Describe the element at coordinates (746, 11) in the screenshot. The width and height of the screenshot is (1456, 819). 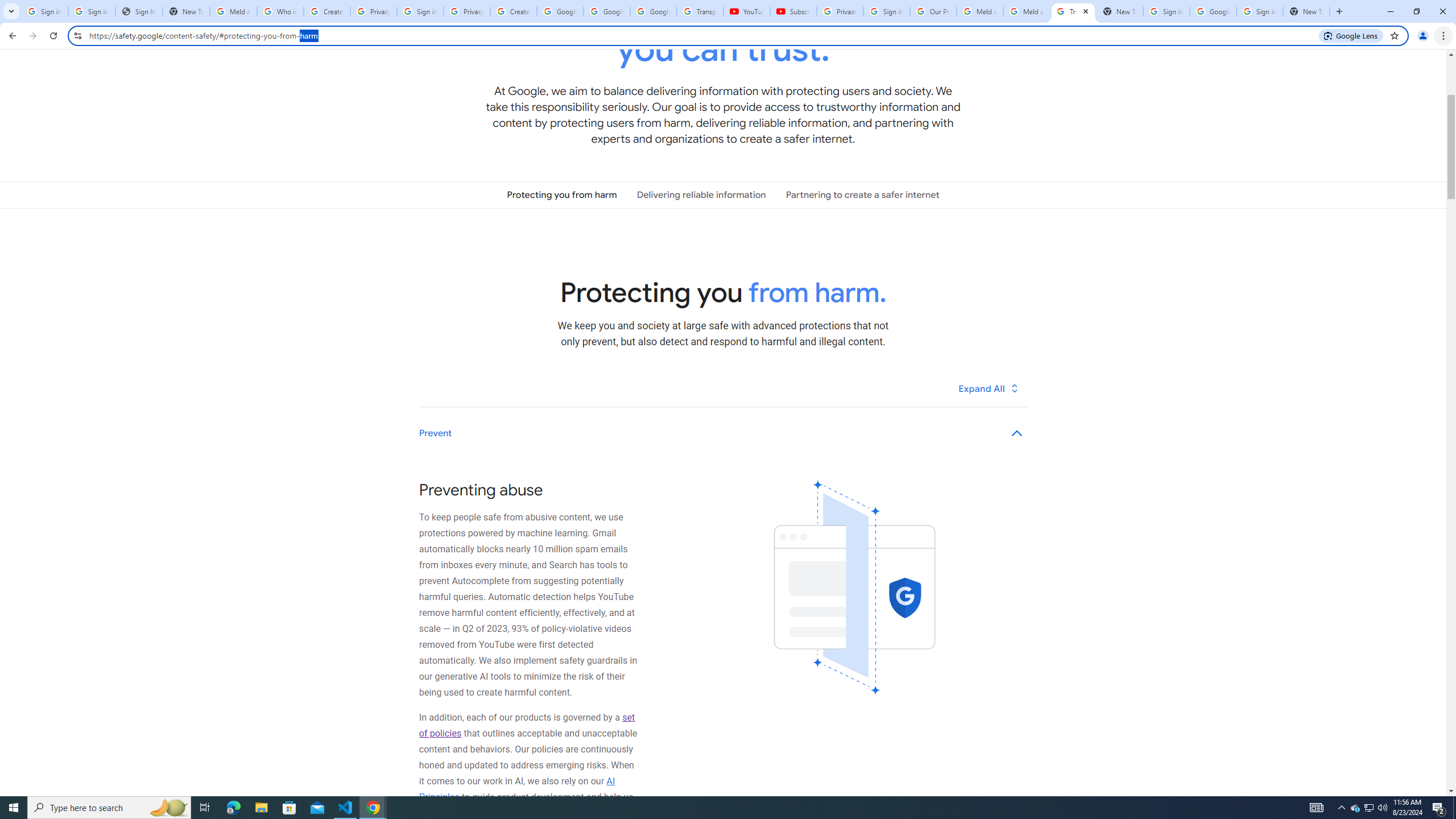
I see `'YouTube'` at that location.